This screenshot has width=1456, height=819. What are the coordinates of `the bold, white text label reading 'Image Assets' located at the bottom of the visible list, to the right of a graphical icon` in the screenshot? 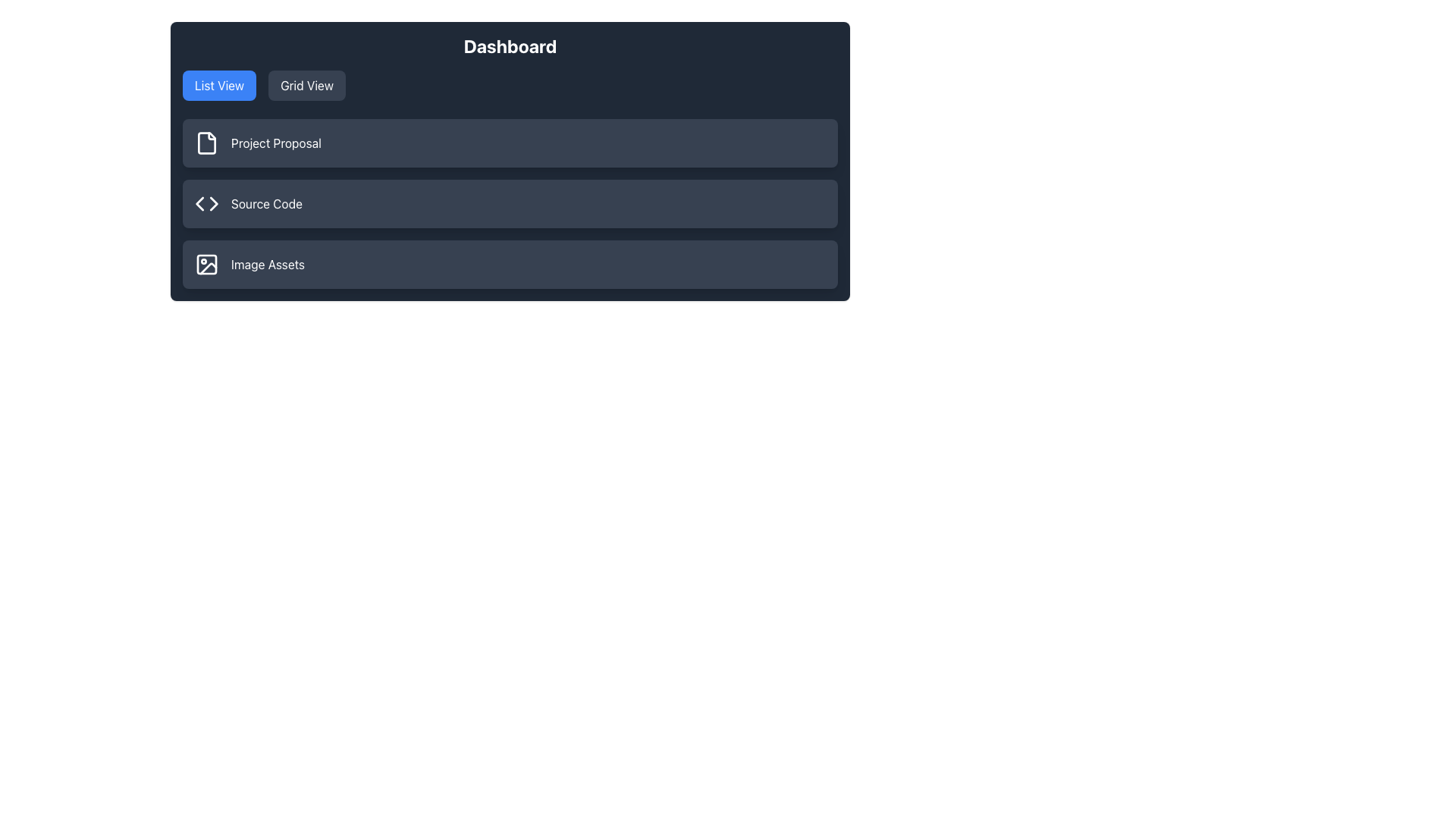 It's located at (268, 263).